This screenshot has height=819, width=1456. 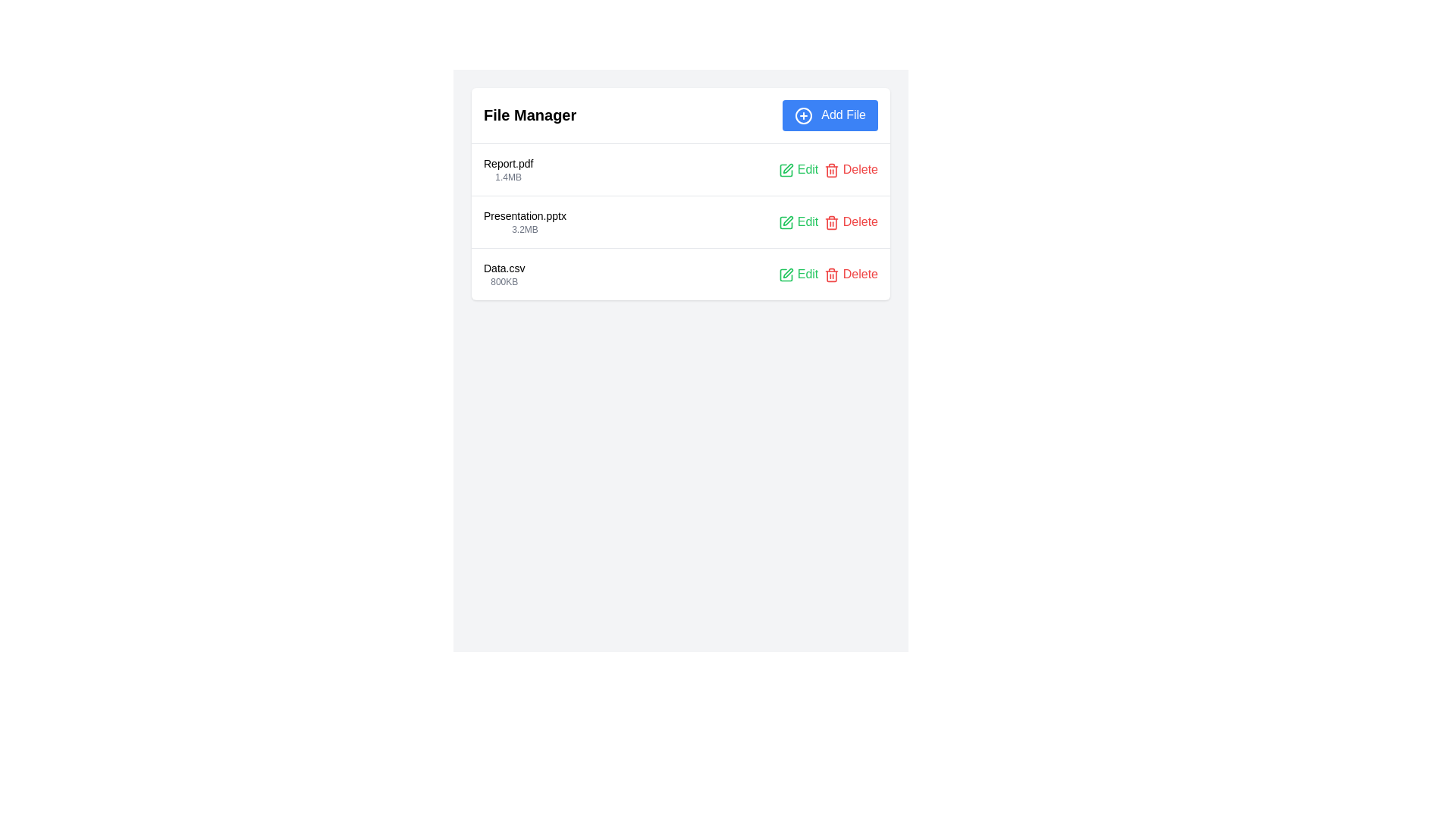 What do you see at coordinates (788, 168) in the screenshot?
I see `the editing icon, which is a green pen or pencil overlaying a square, located to the left of the 'Delete' button and inline with the file name` at bounding box center [788, 168].